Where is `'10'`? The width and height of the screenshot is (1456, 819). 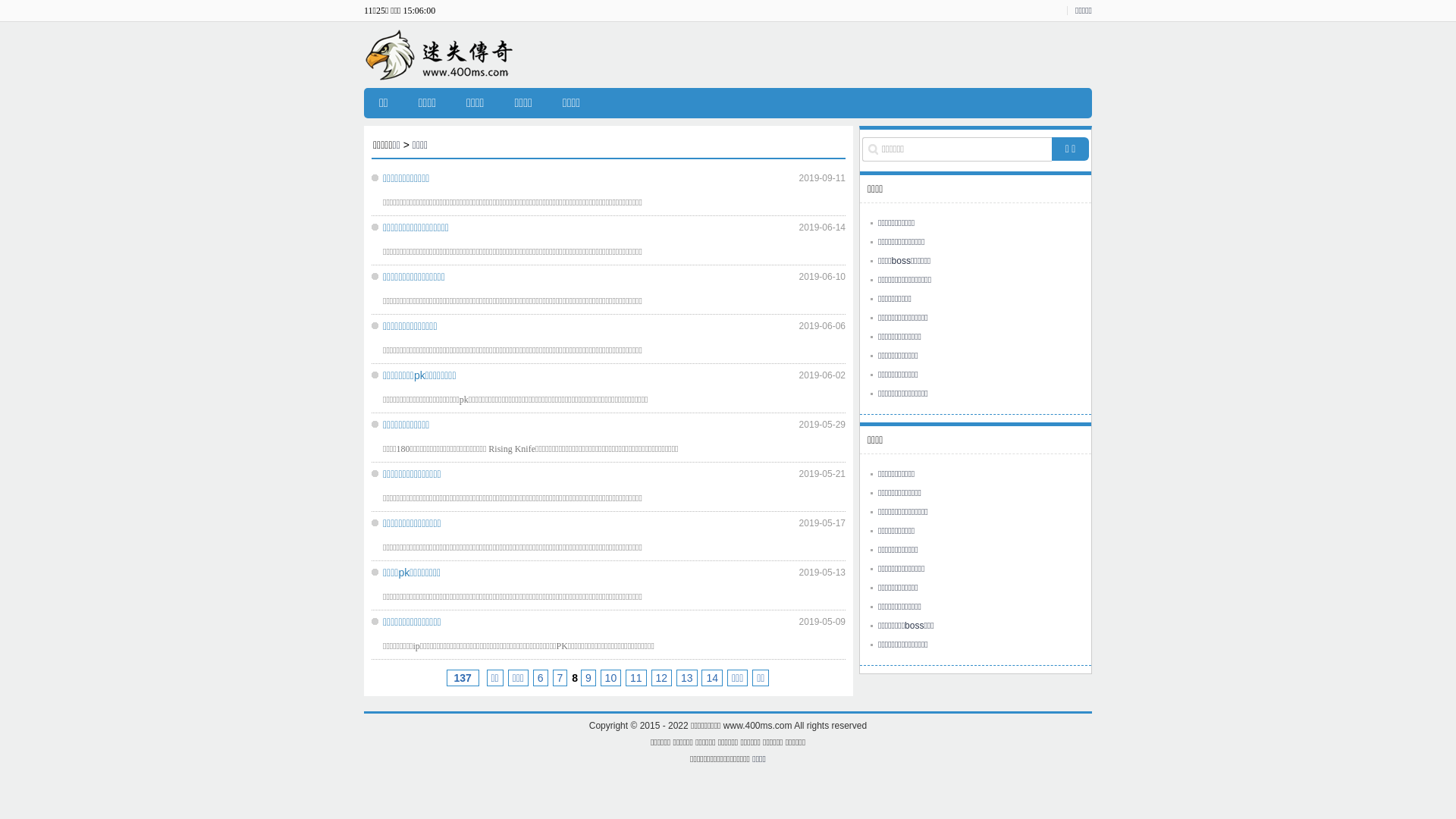
'10' is located at coordinates (611, 677).